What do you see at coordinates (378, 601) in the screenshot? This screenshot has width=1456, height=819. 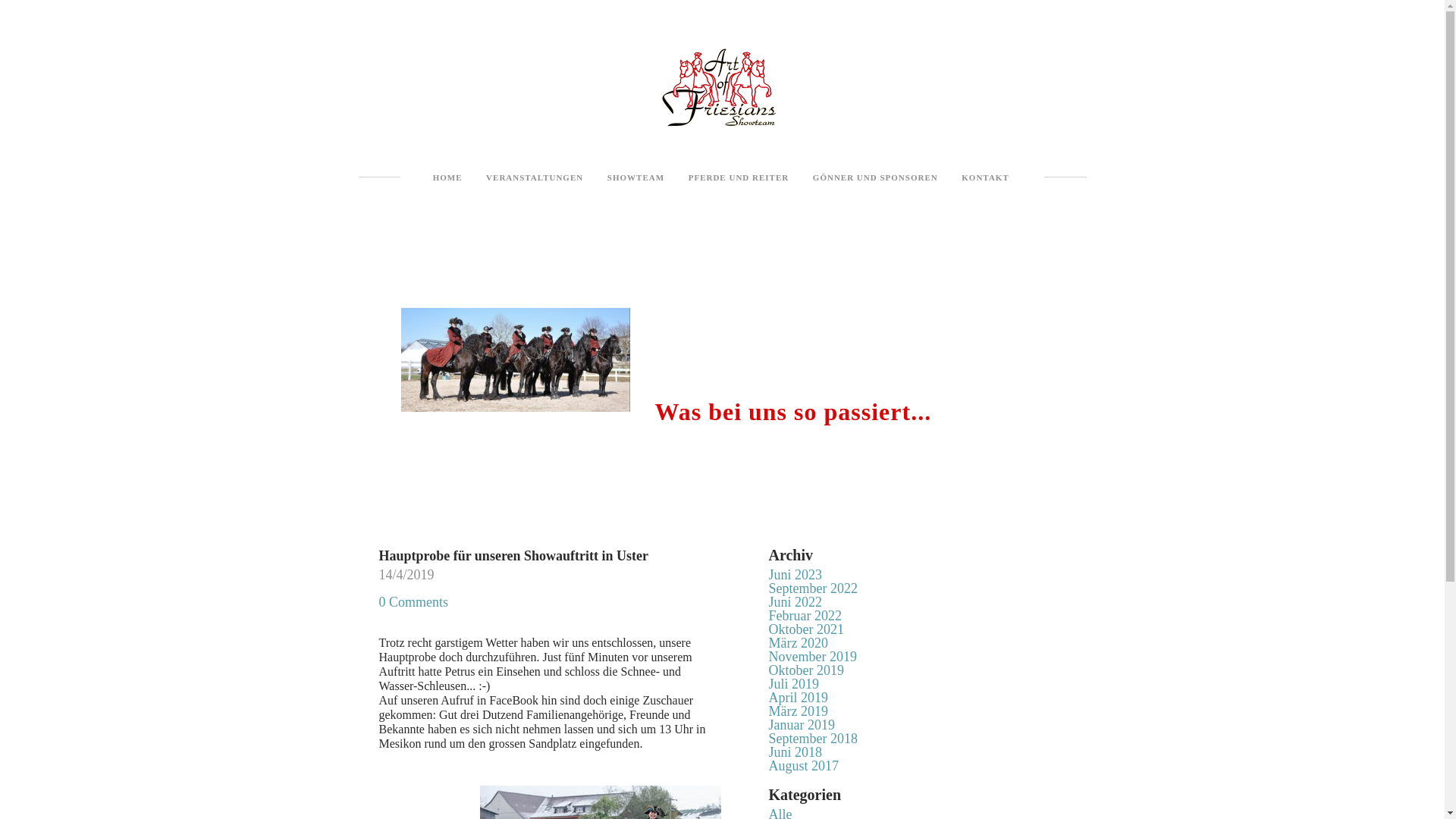 I see `'0 Comments'` at bounding box center [378, 601].